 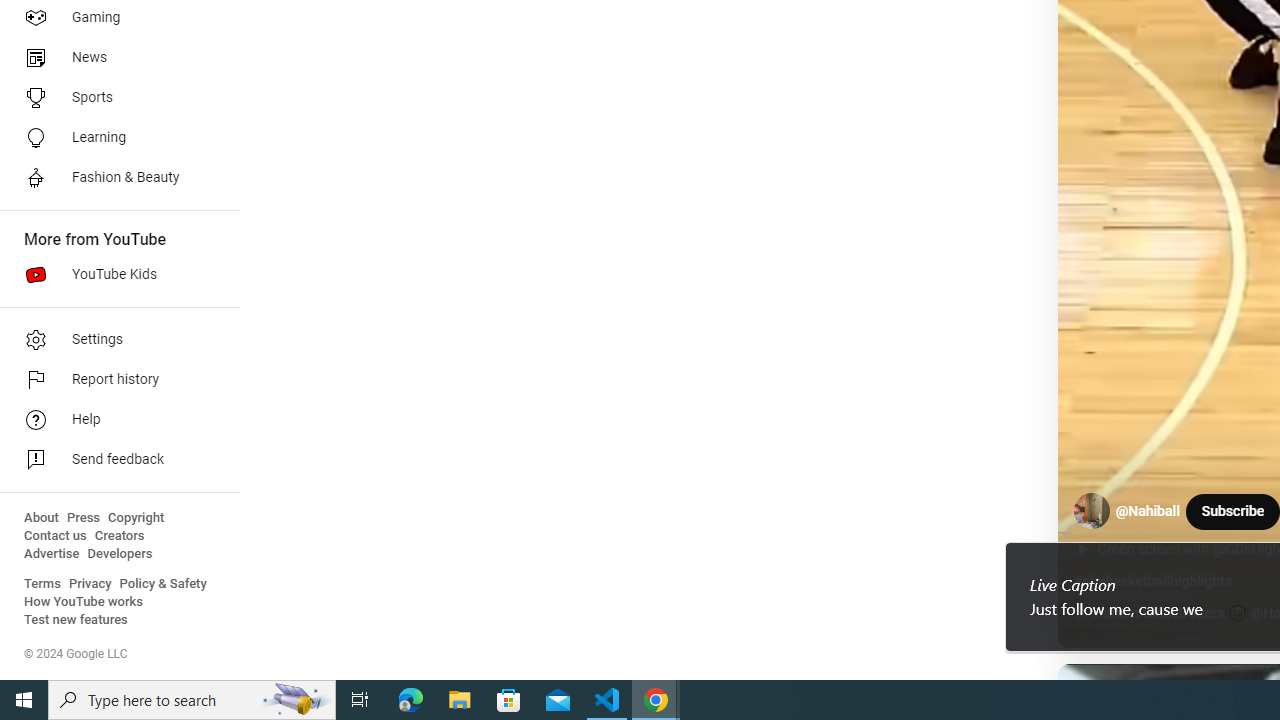 What do you see at coordinates (82, 601) in the screenshot?
I see `'How YouTube works'` at bounding box center [82, 601].